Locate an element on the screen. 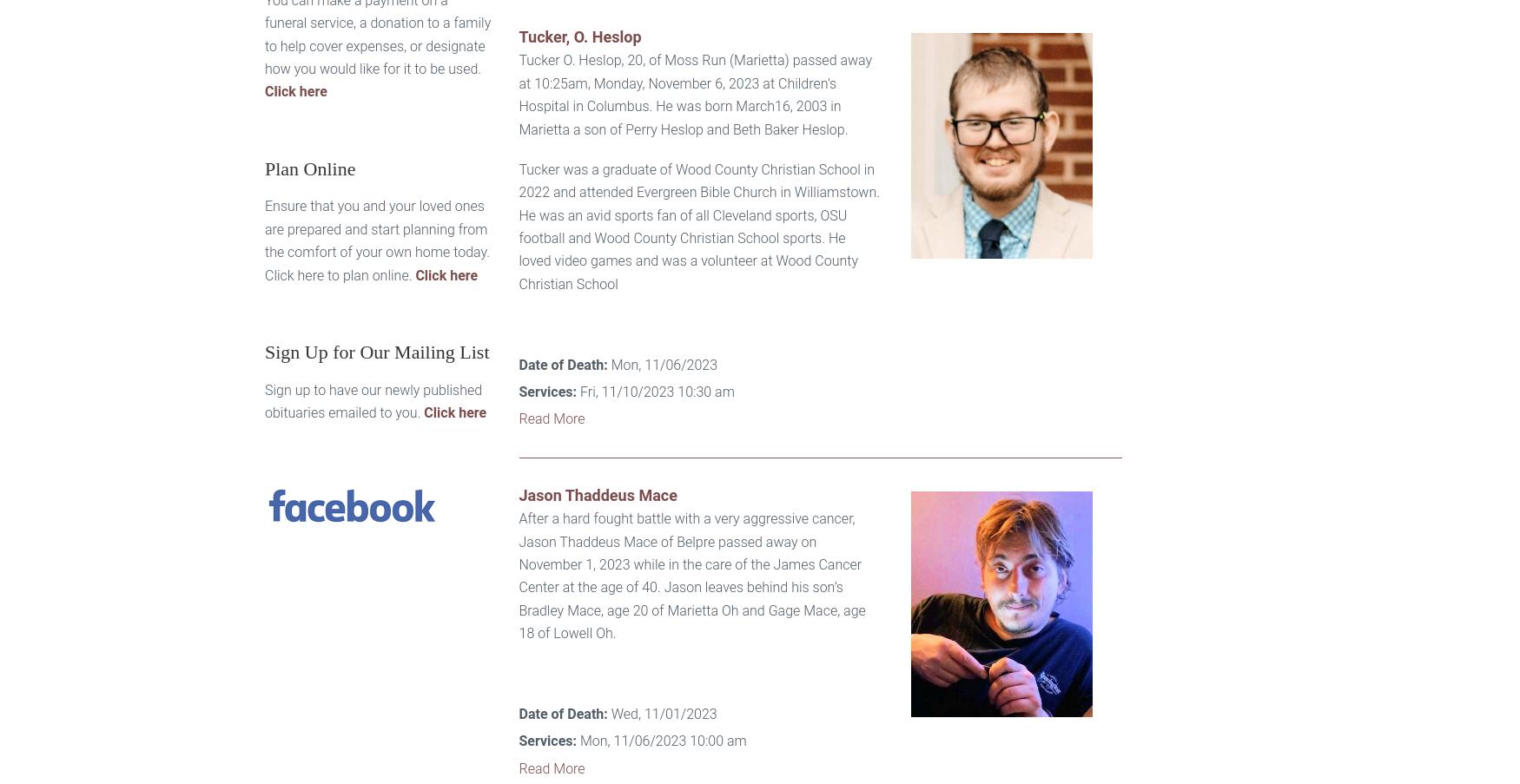  'Sign Up for Our Mailing List' is located at coordinates (376, 351).